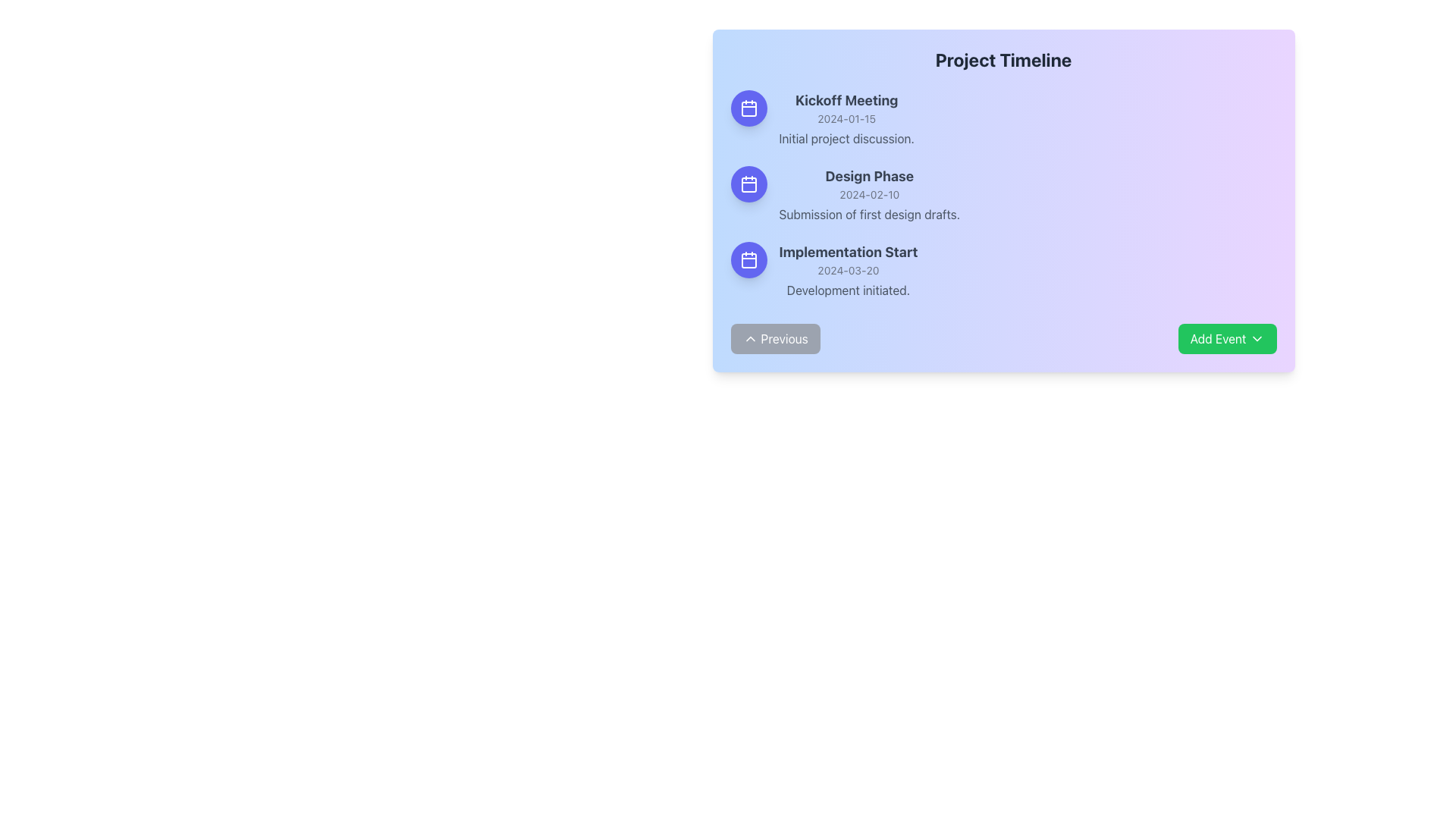  Describe the element at coordinates (748, 259) in the screenshot. I see `the calendar icon representing the 'Implementation Start' event located to the left of the title and details in the Project Timeline section of the card interface` at that location.